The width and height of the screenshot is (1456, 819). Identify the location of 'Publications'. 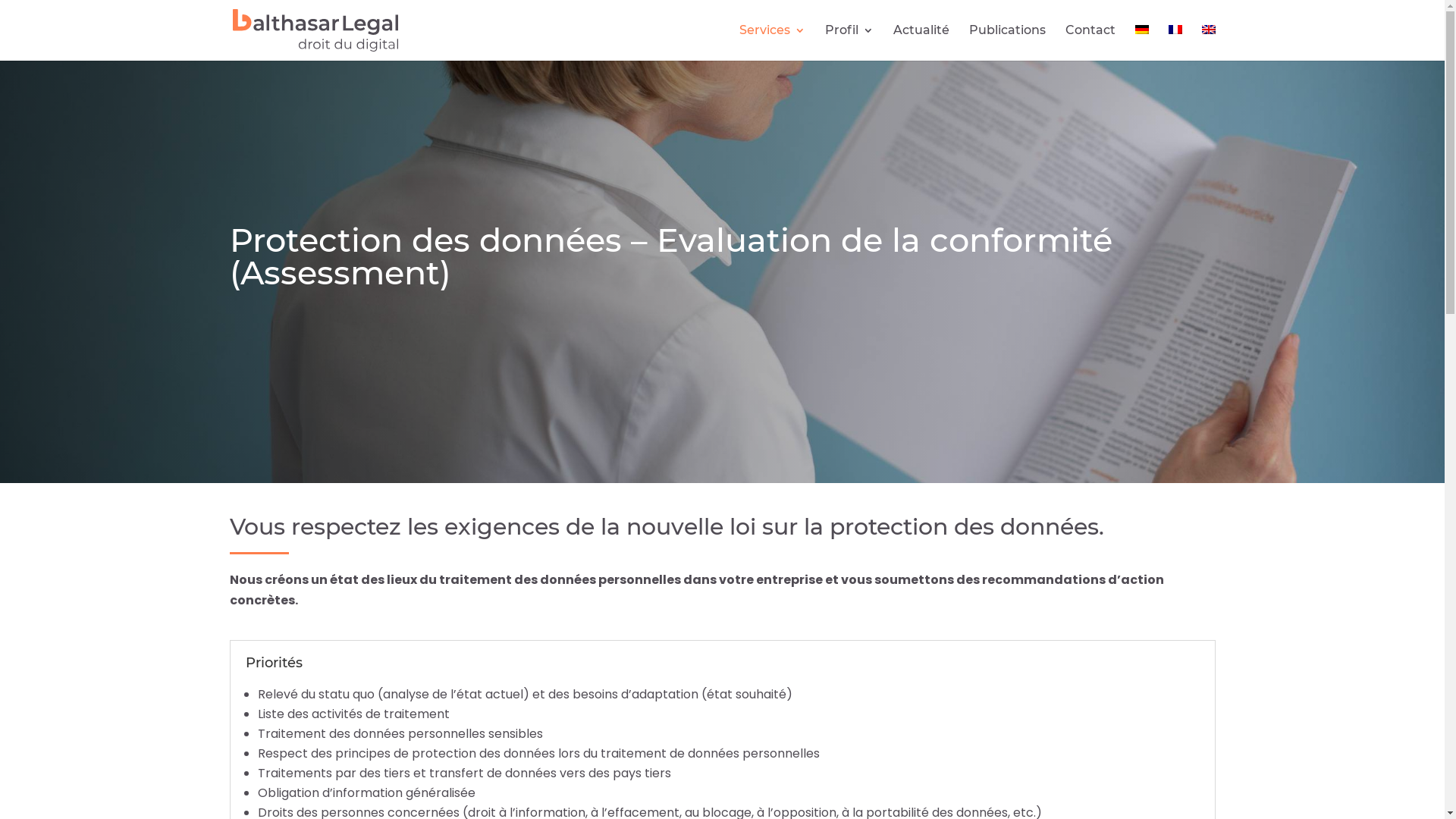
(1007, 42).